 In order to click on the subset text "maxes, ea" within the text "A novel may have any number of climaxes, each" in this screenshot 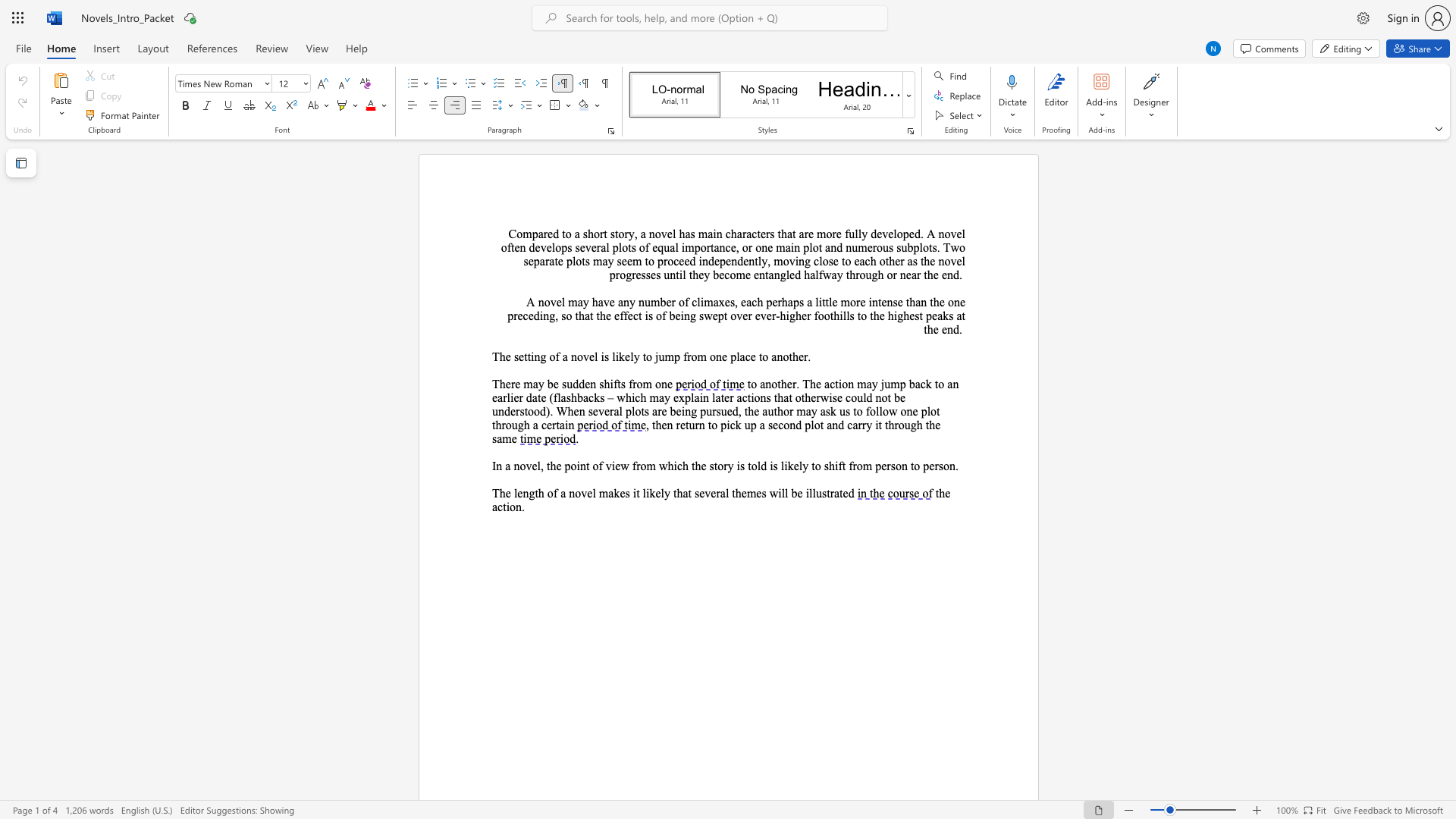, I will do `click(703, 302)`.